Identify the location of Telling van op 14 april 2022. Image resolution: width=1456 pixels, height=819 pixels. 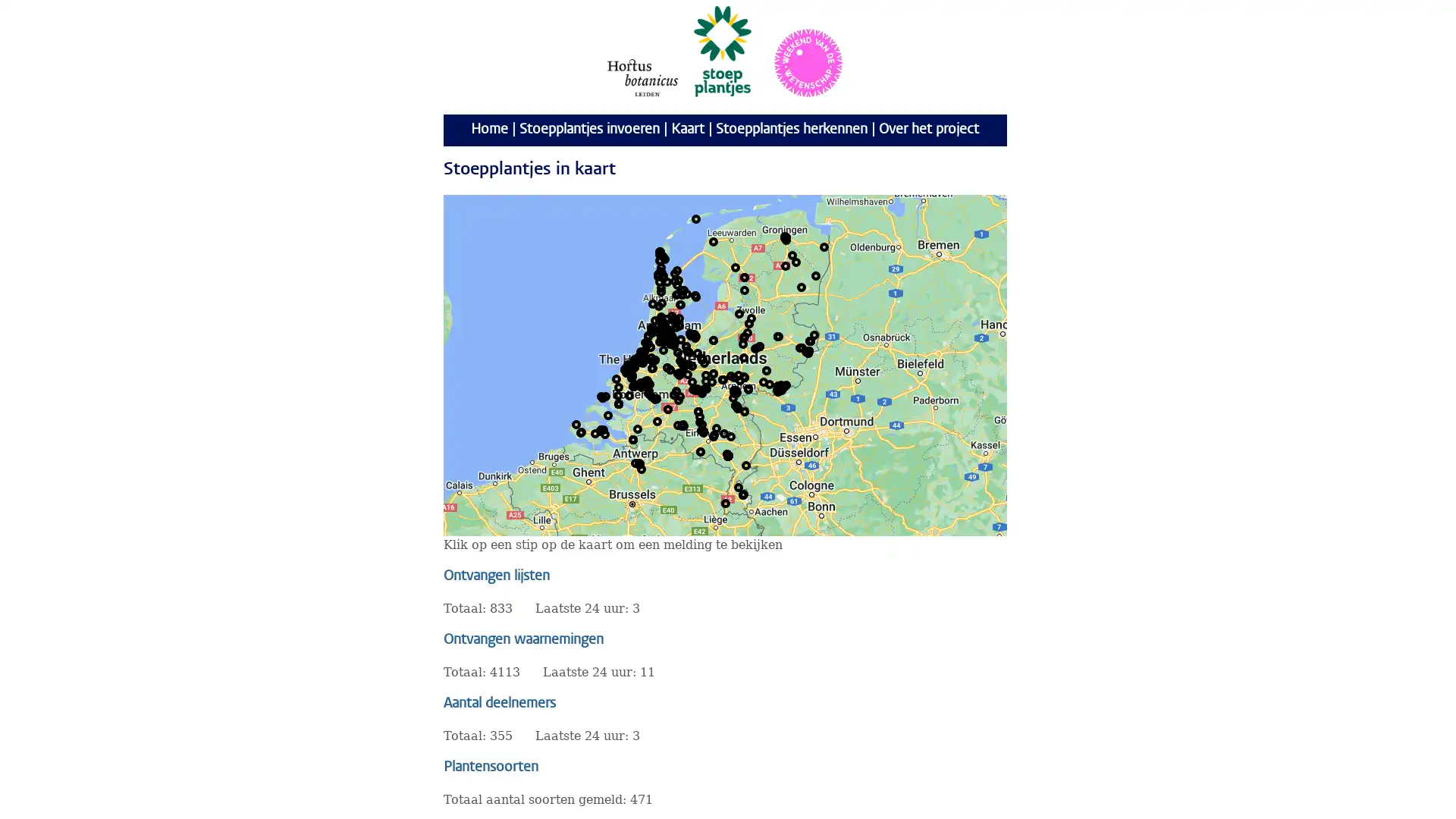
(669, 333).